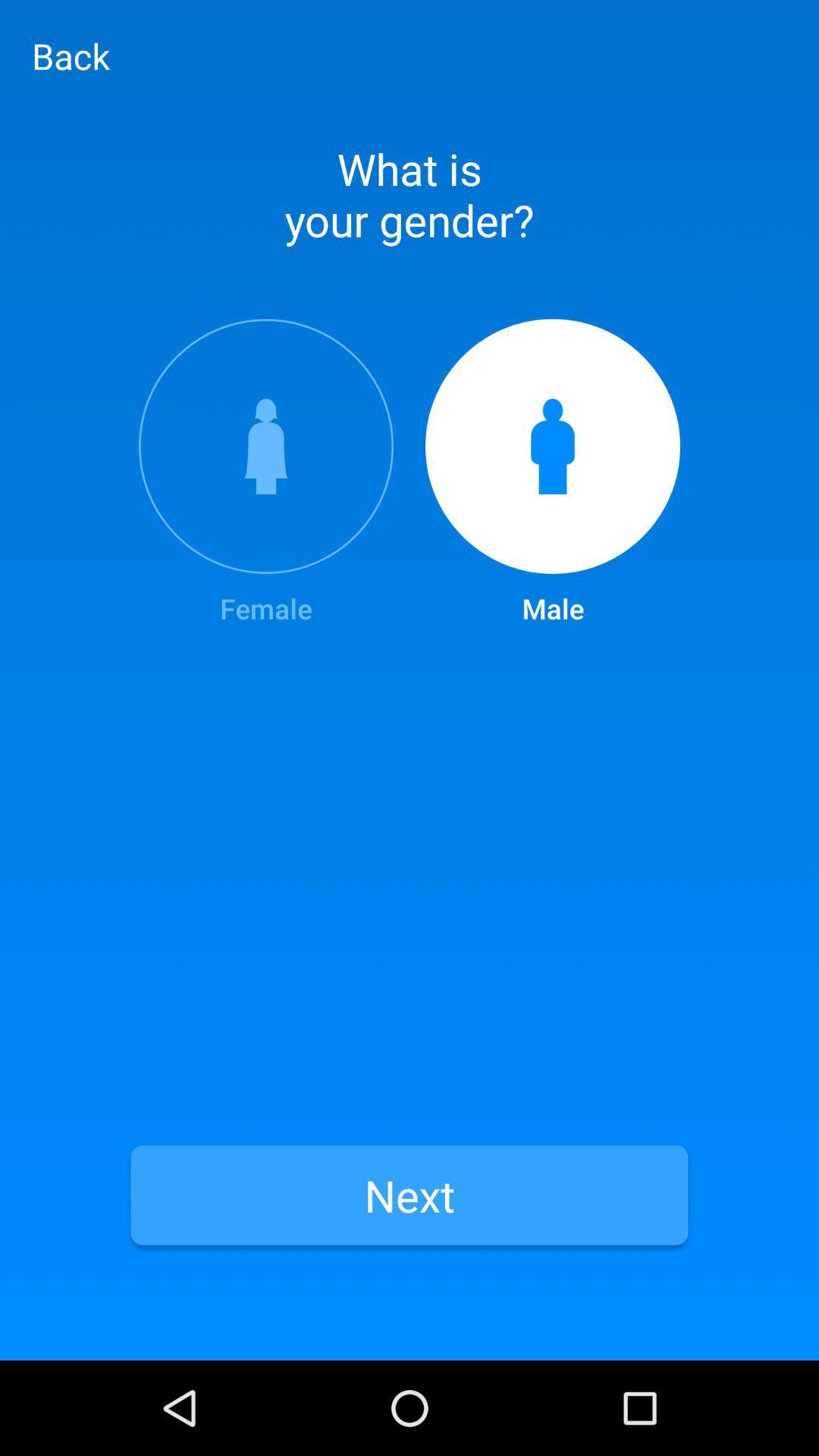 The width and height of the screenshot is (819, 1456). What do you see at coordinates (265, 472) in the screenshot?
I see `the female` at bounding box center [265, 472].